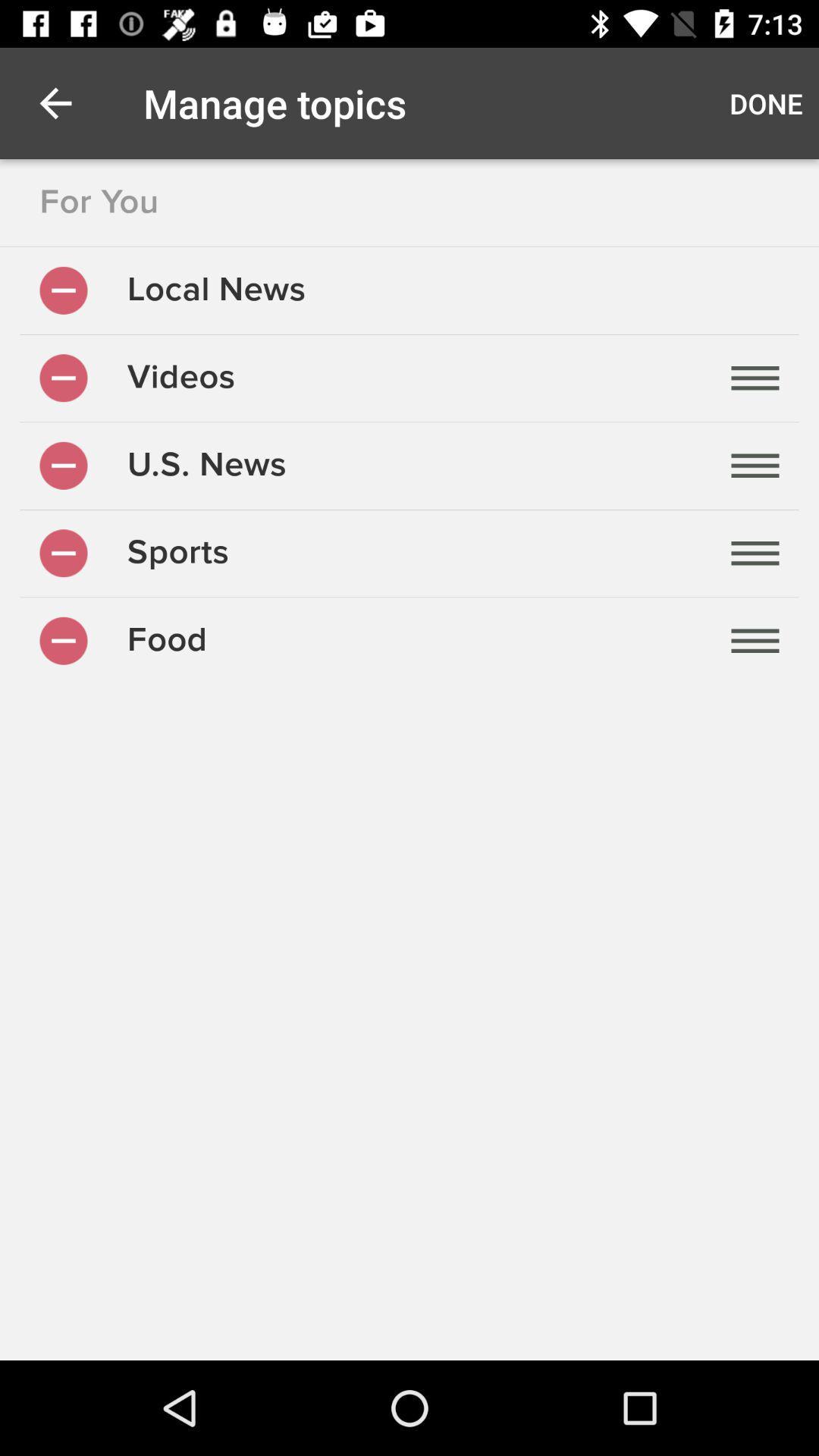 The height and width of the screenshot is (1456, 819). I want to click on on/off for the food topic, so click(63, 641).